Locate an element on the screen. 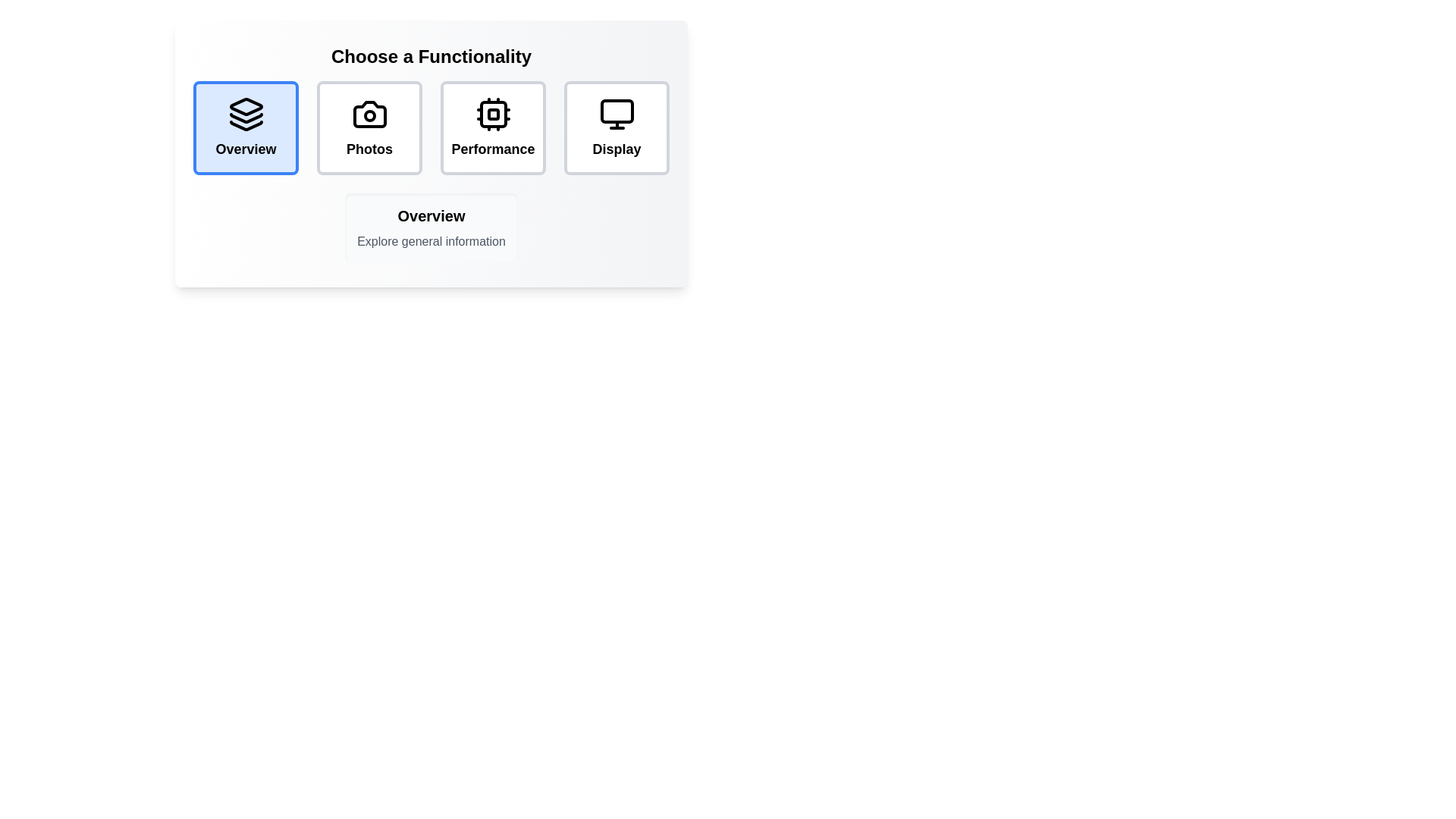  the Informational Card displaying 'Overview' in bold and 'Explore general information' in smaller text, located below the main functionalities in a centered position is located at coordinates (430, 227).